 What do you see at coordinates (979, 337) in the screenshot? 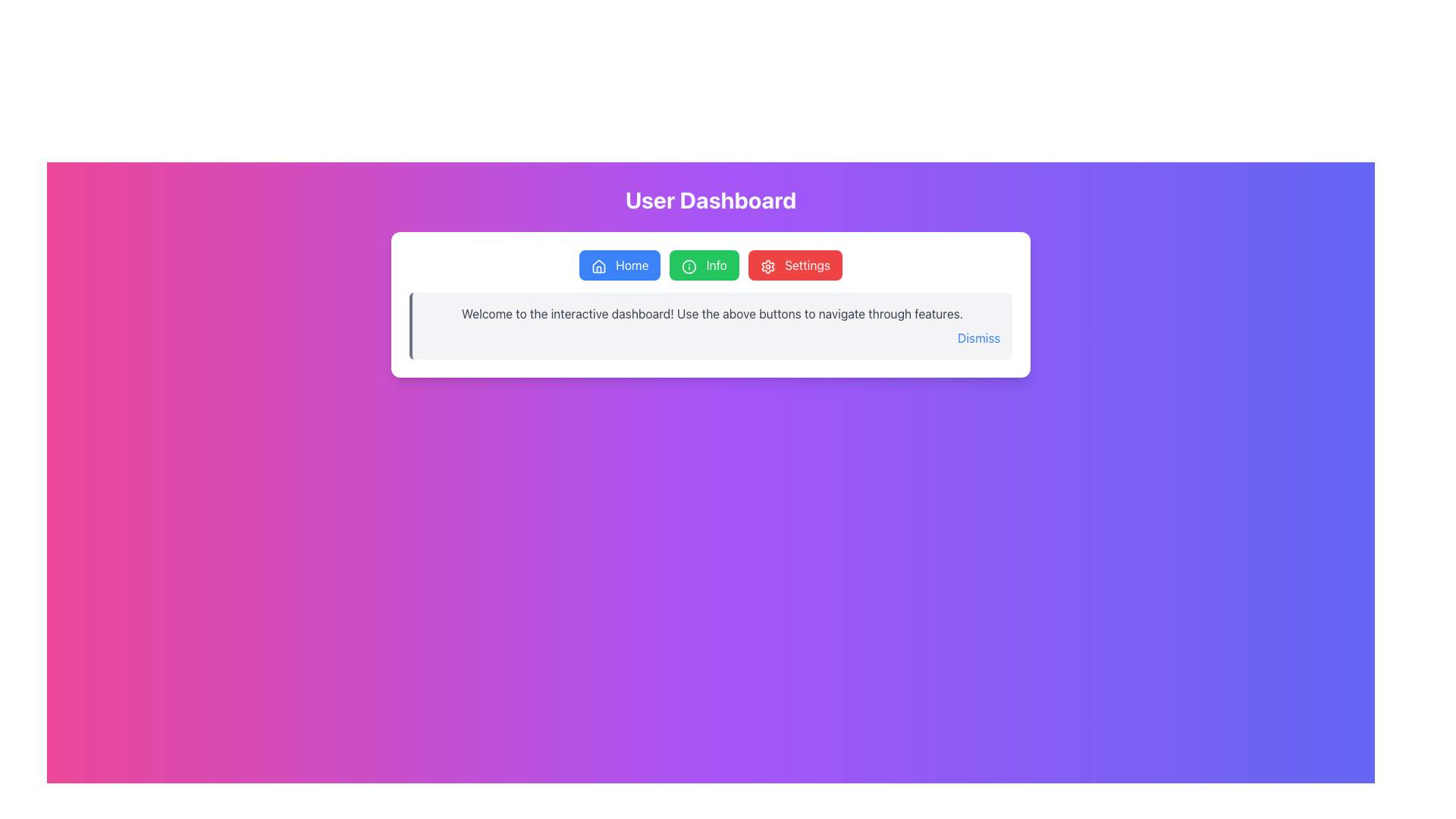
I see `the blue 'Dismiss' text link at the bottom-right corner of the message box` at bounding box center [979, 337].